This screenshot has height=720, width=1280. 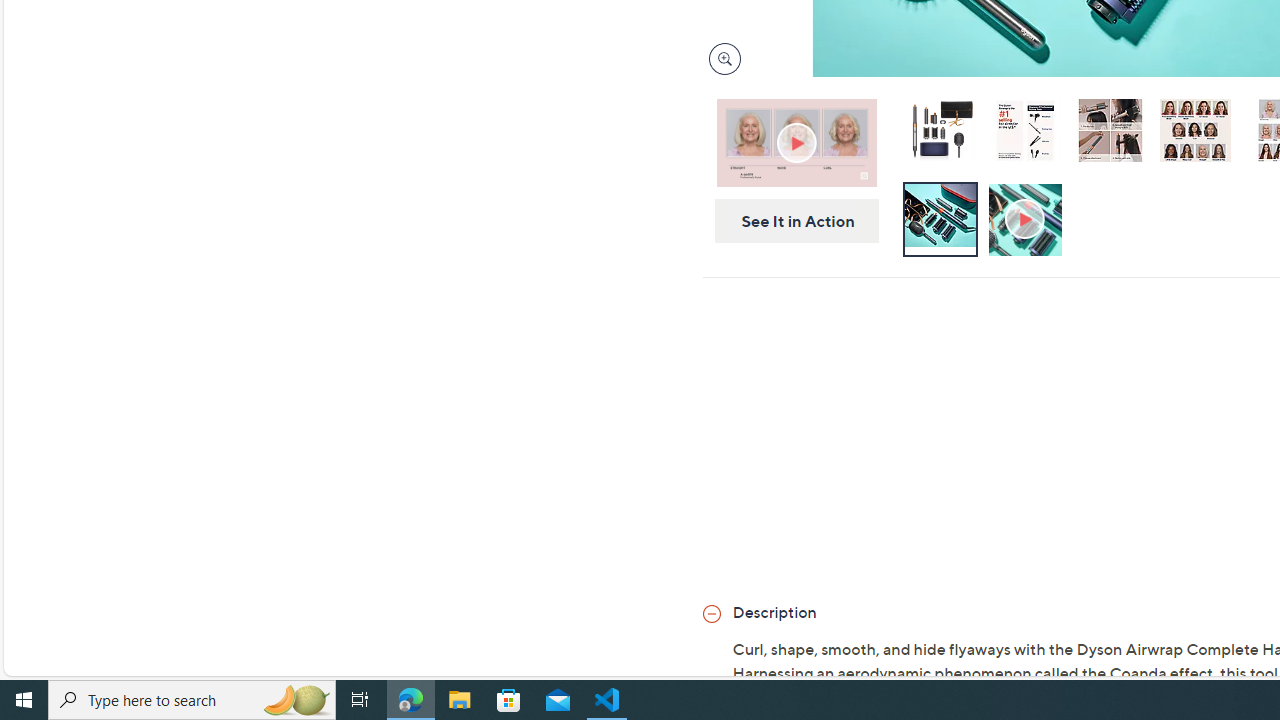 I want to click on 'Dyson Airwrap Complete with Paddle Brush and Travel Pouch', so click(x=939, y=133).